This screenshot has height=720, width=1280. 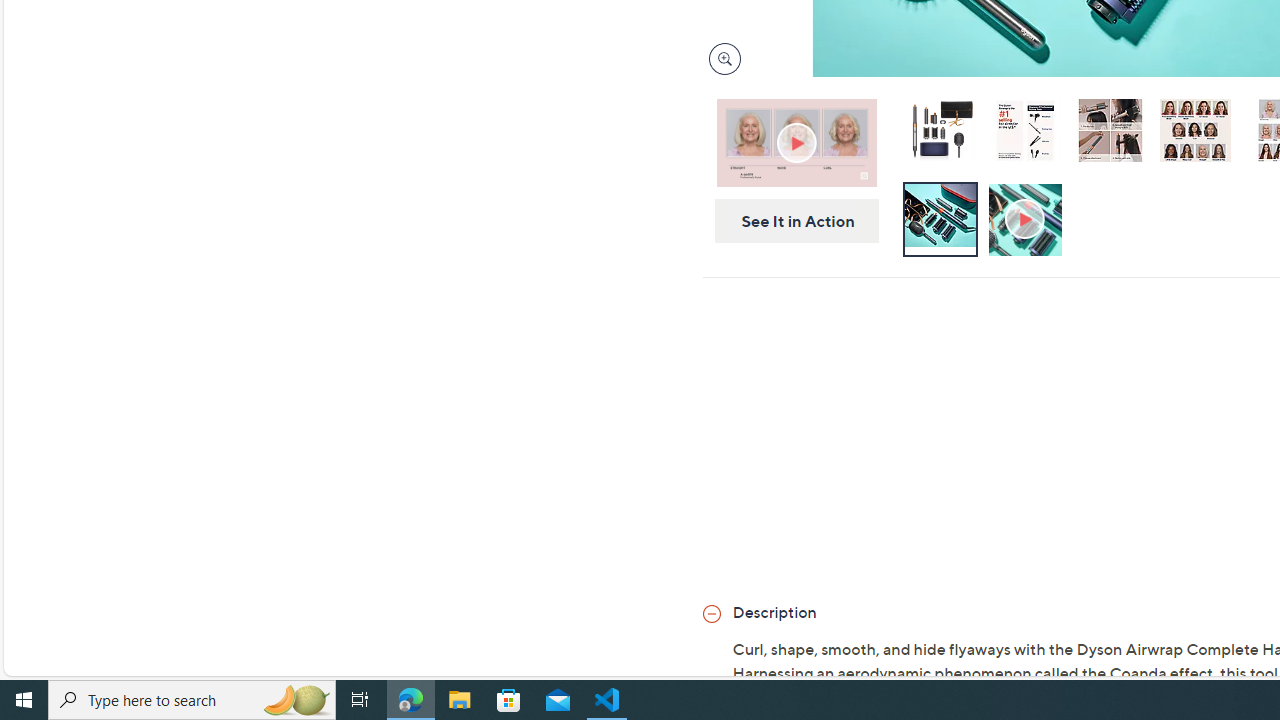 I want to click on 'Dyson Airwrap Complete with Paddle Brush and Travel Pouch', so click(x=939, y=133).